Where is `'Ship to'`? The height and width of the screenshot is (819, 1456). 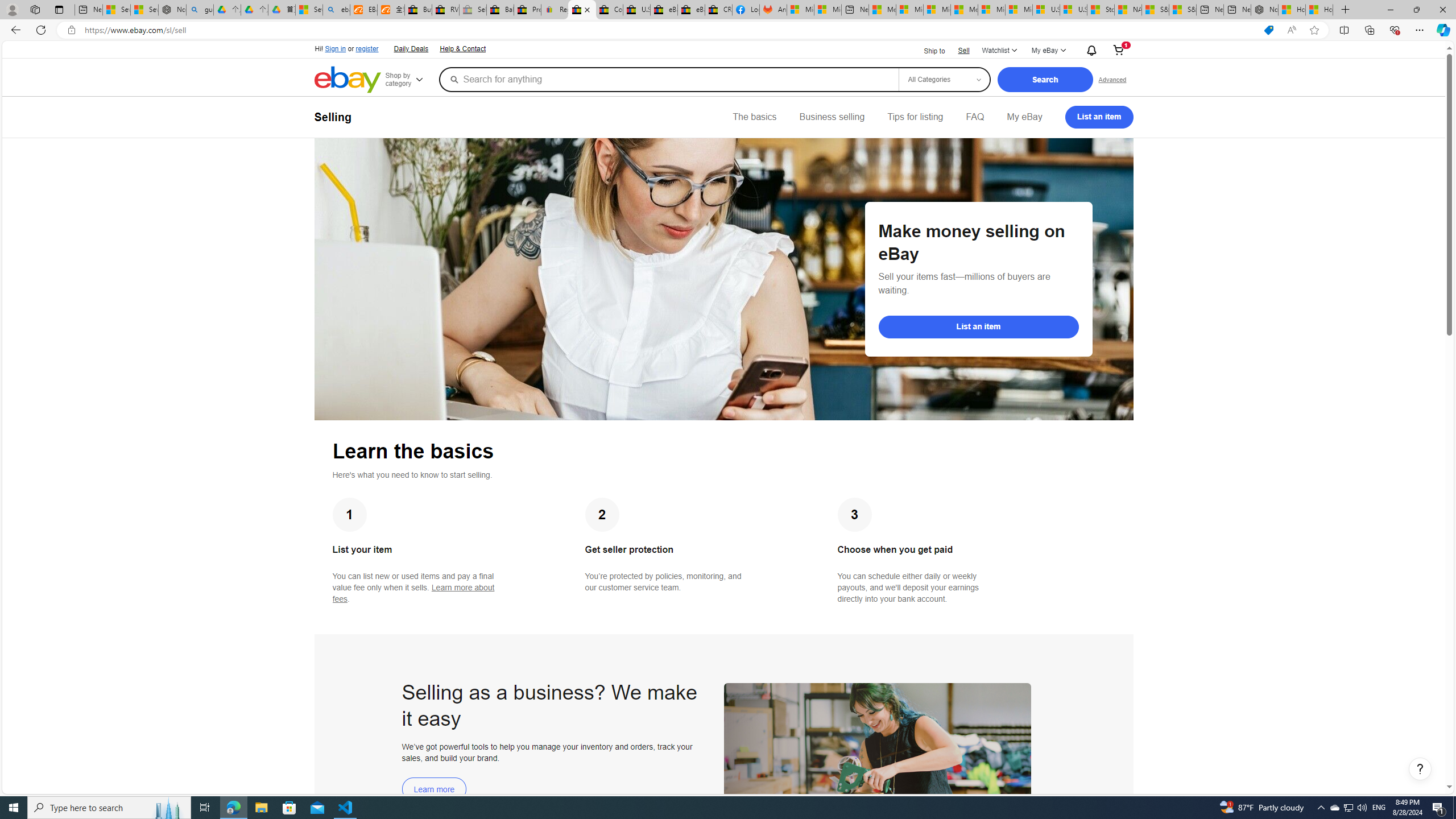 'Ship to' is located at coordinates (927, 51).